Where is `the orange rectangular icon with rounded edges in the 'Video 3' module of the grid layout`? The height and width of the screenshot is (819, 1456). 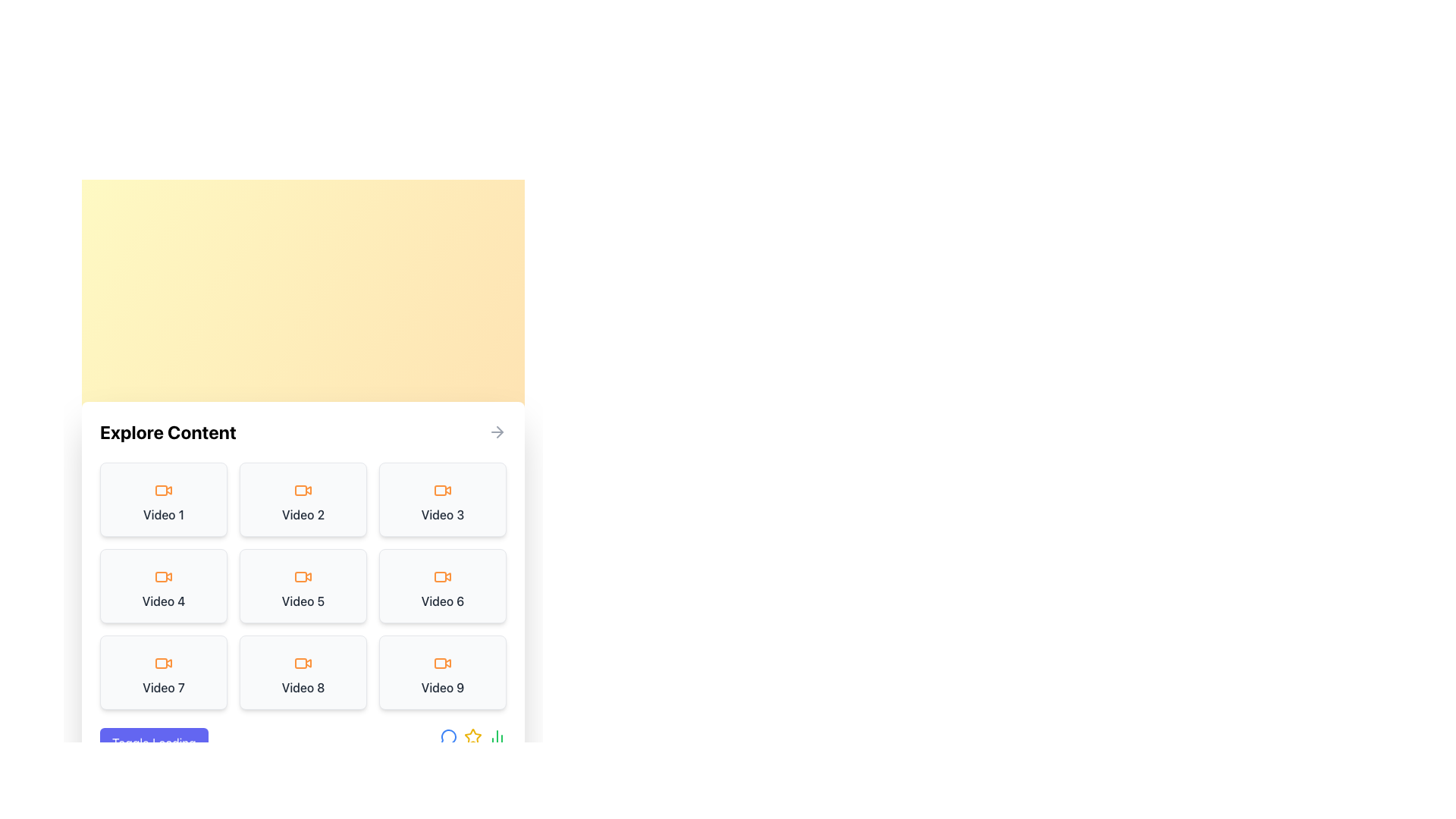
the orange rectangular icon with rounded edges in the 'Video 3' module of the grid layout is located at coordinates (439, 491).